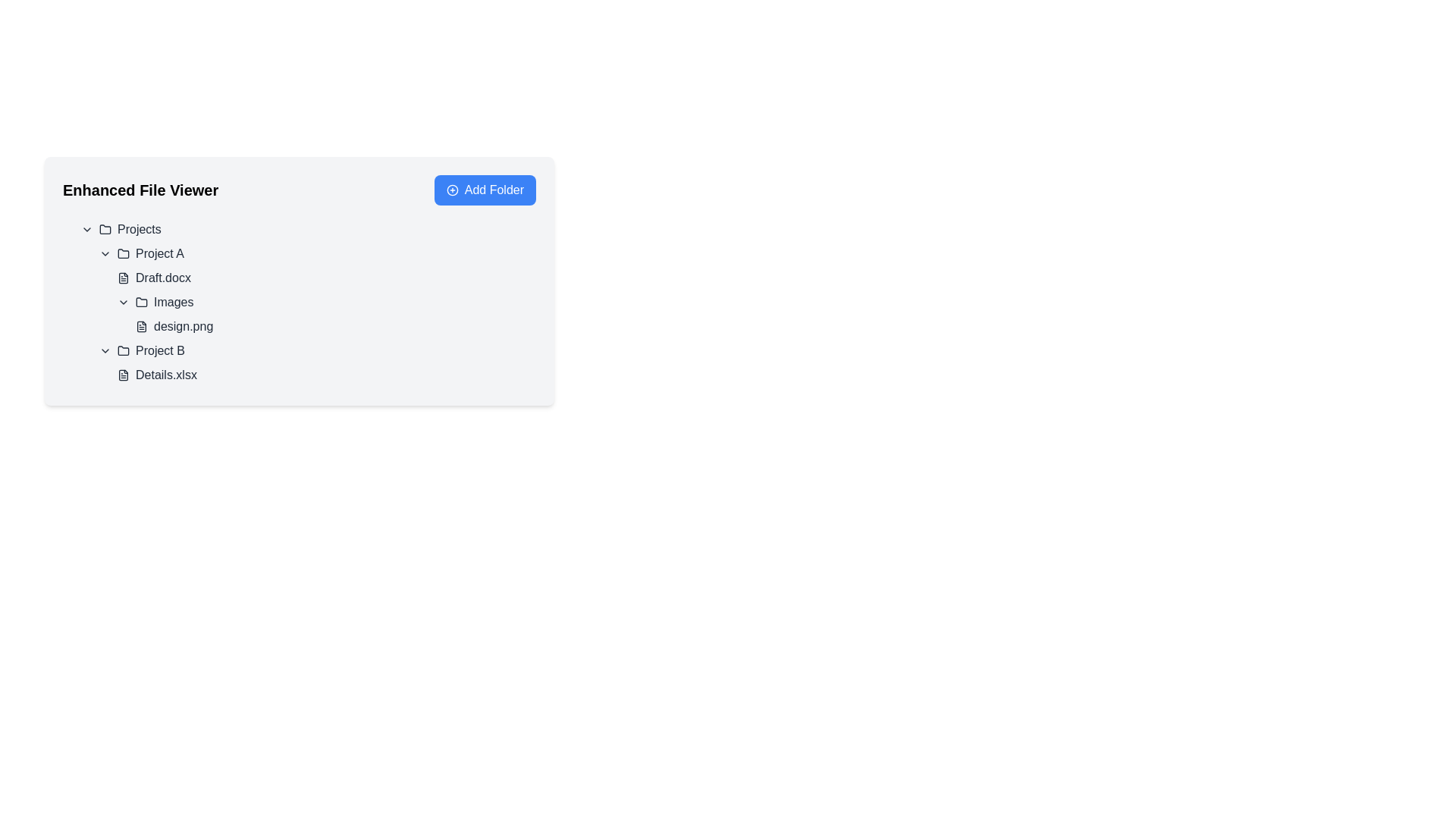 This screenshot has width=1456, height=819. I want to click on the 'Project B' Expandable Tree Node, so click(316, 350).